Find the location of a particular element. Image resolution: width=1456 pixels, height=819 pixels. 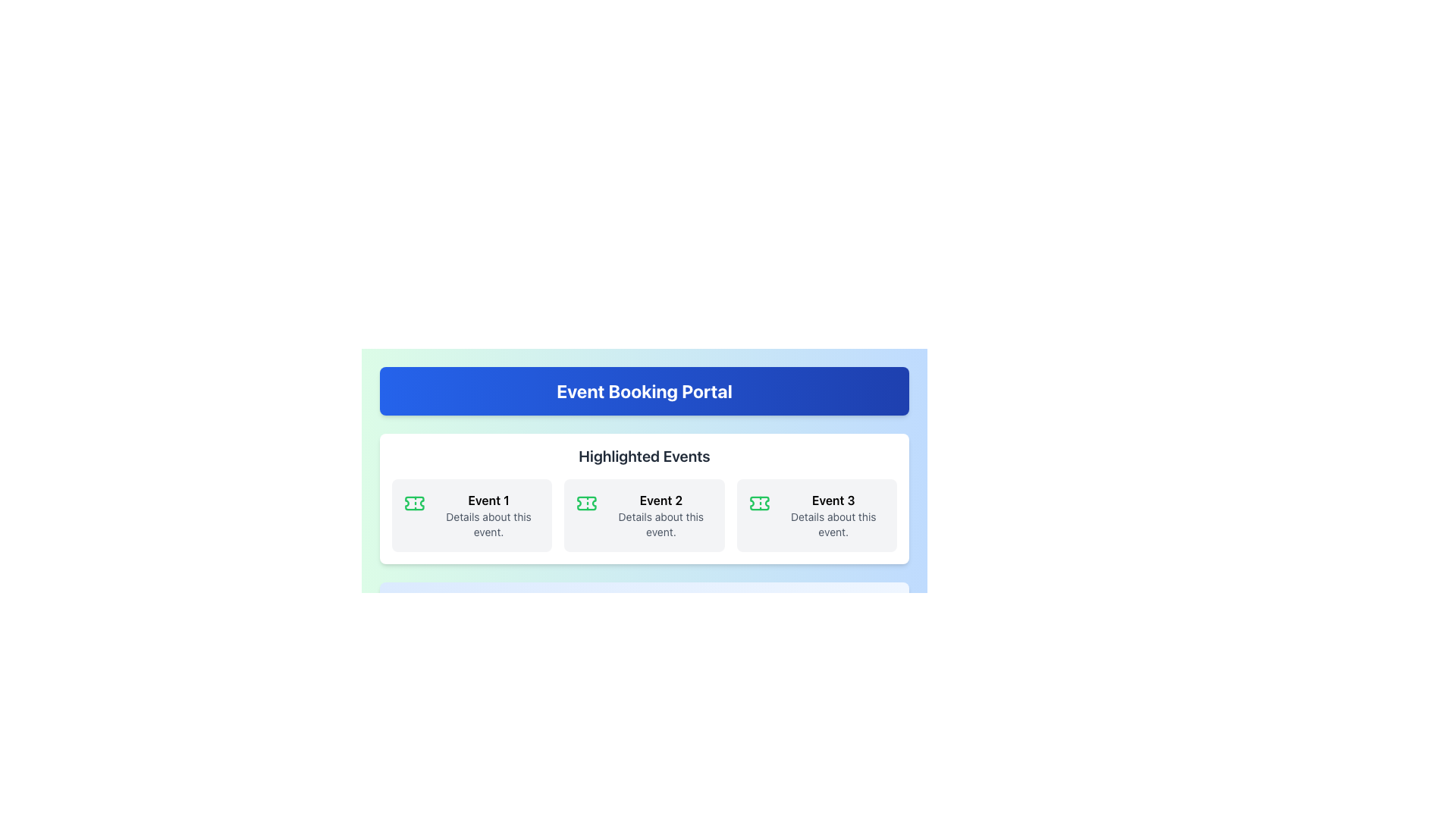

the 'Highlighted Events' text element, which is prominently displayed in bold and larger font within the upper portion of the 'Highlighted Events' card is located at coordinates (644, 455).